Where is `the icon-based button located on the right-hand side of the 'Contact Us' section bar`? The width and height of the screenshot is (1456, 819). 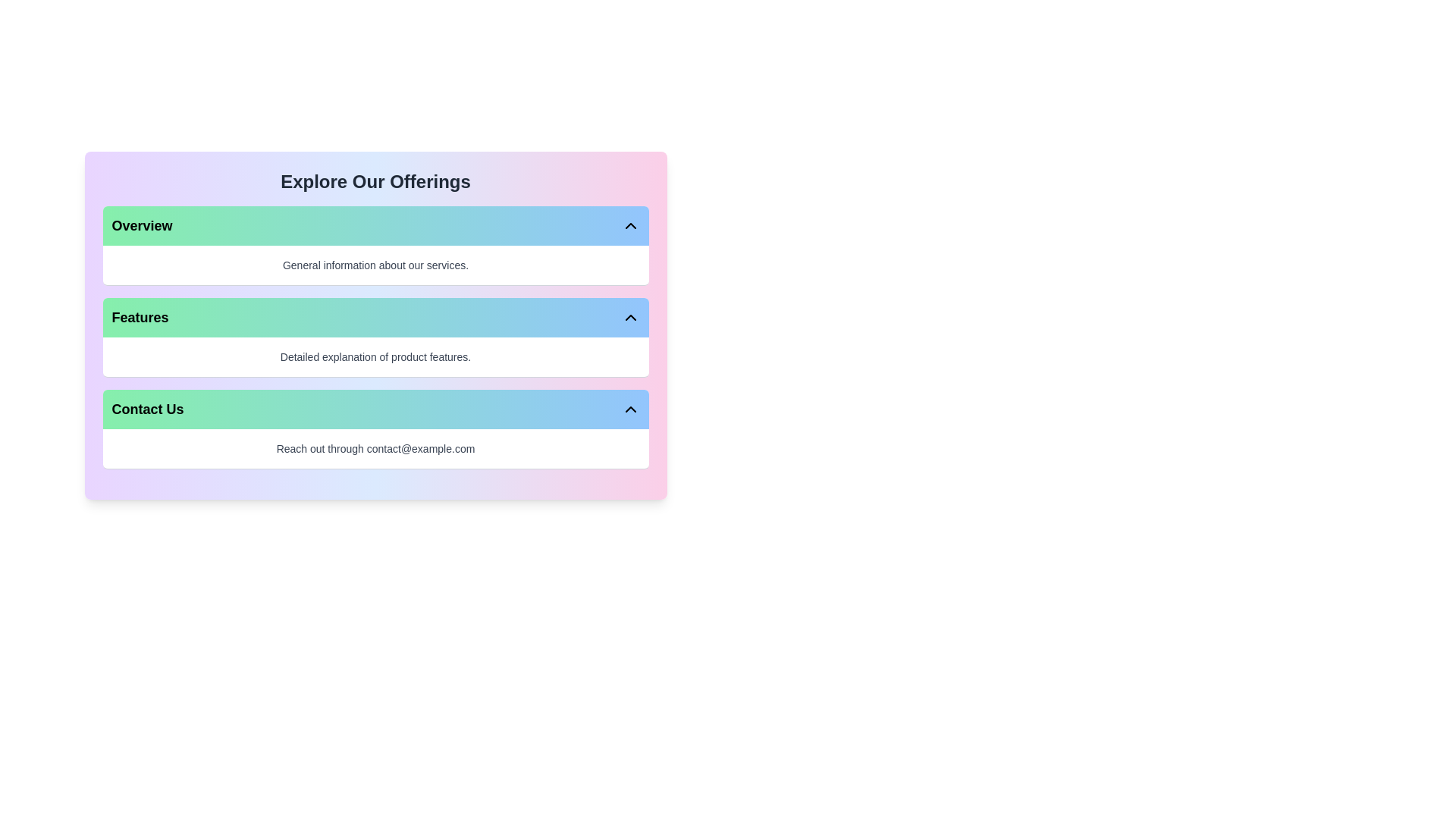 the icon-based button located on the right-hand side of the 'Contact Us' section bar is located at coordinates (630, 409).